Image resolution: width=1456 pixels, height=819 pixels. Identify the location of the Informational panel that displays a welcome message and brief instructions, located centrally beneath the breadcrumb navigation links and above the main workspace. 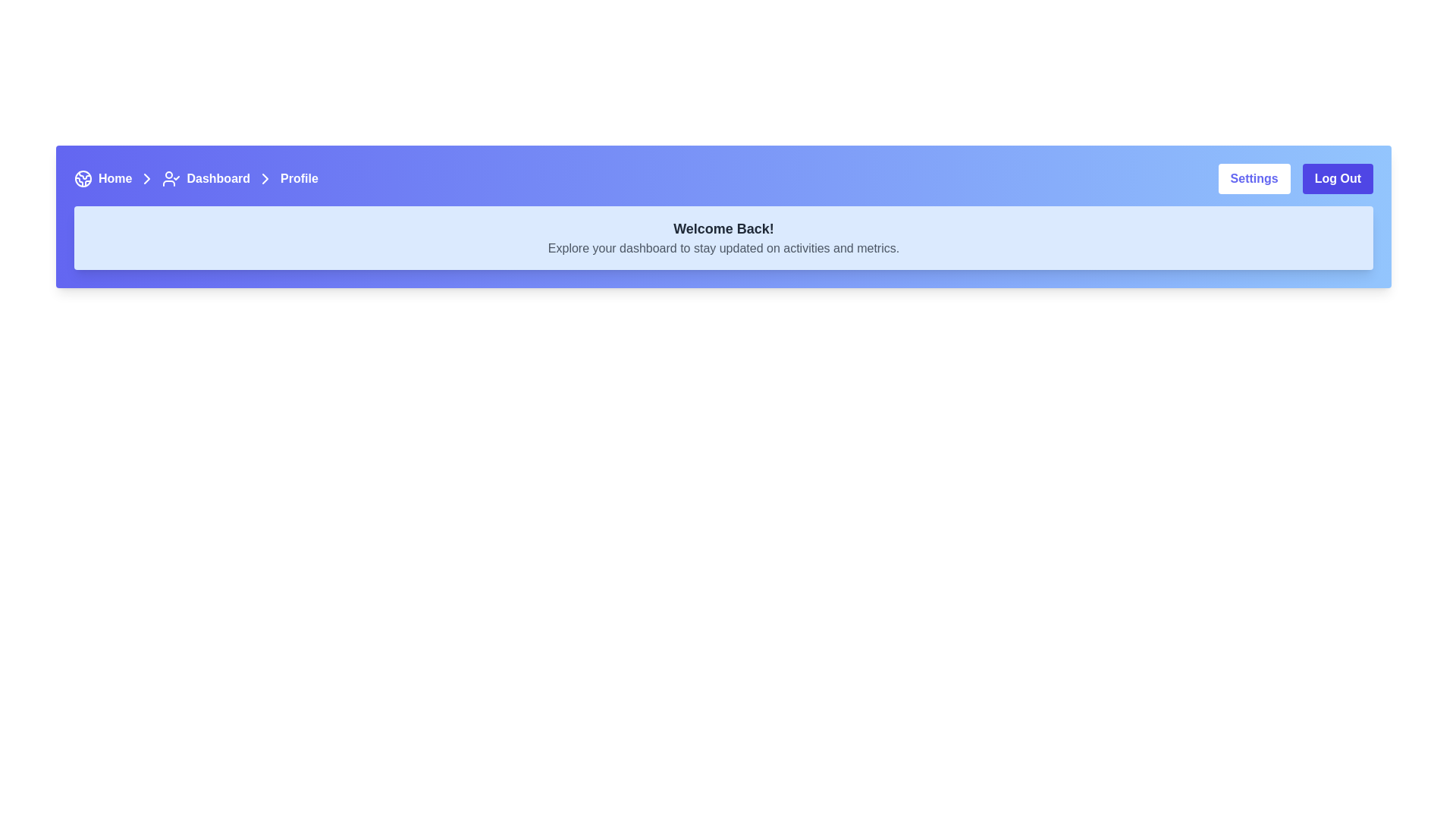
(723, 237).